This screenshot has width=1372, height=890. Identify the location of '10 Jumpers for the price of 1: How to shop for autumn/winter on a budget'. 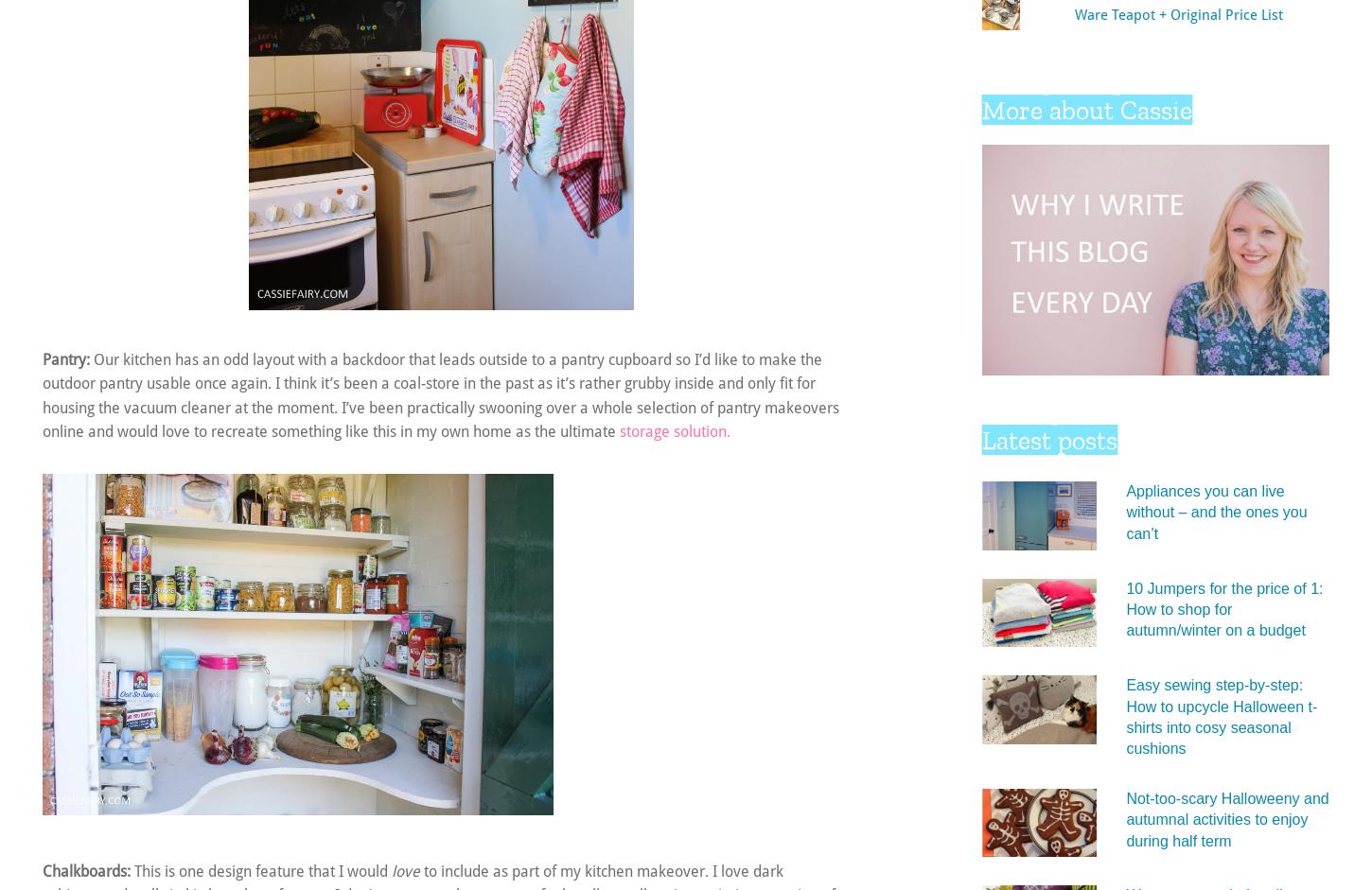
(1223, 608).